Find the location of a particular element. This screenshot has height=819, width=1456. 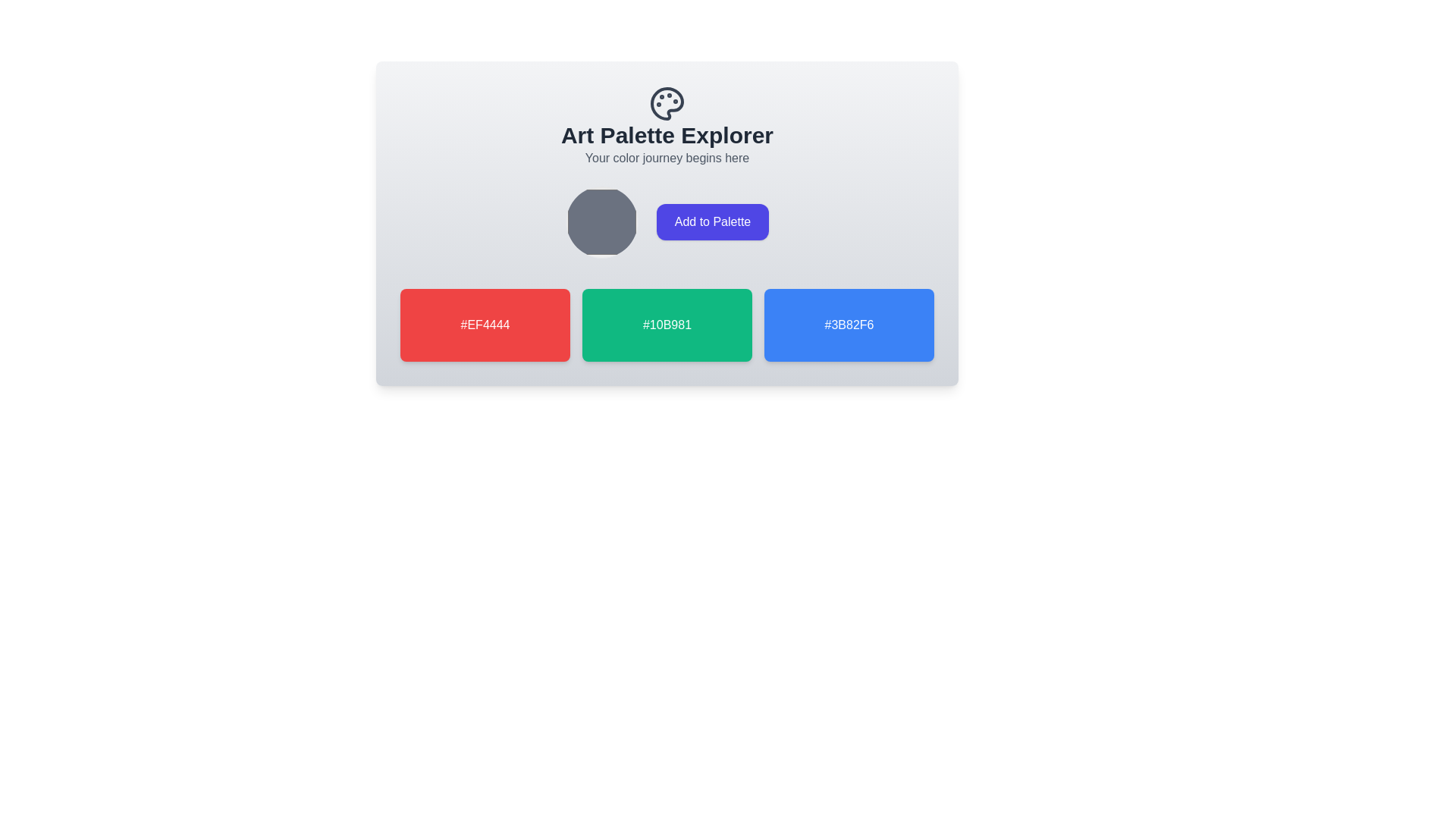

the Static Color Display Block with a vibrant red background and the HEX code '#EF4444', which is the first element in a row of three similar components is located at coordinates (484, 324).